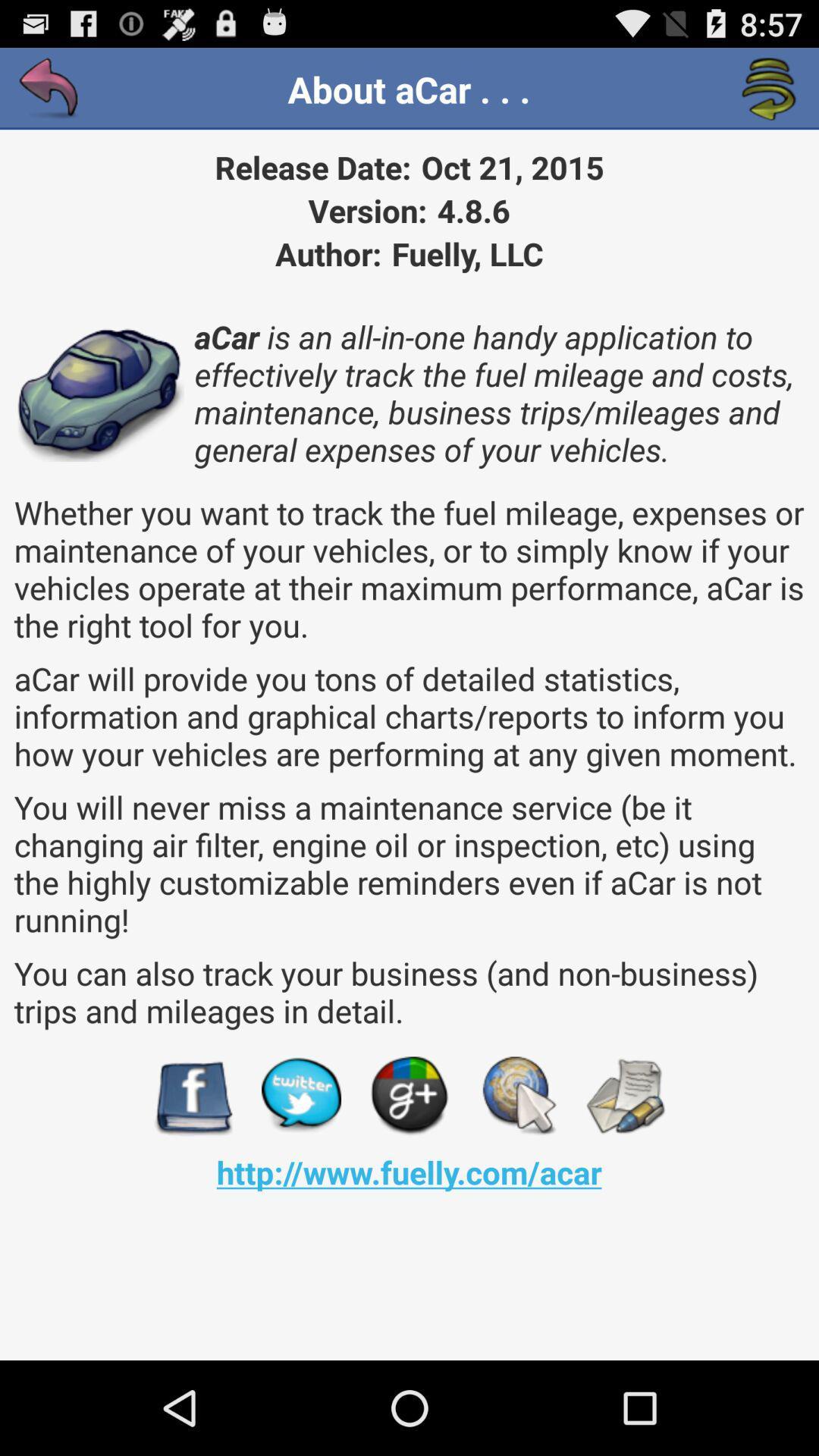 This screenshot has width=819, height=1456. I want to click on open email, so click(626, 1096).